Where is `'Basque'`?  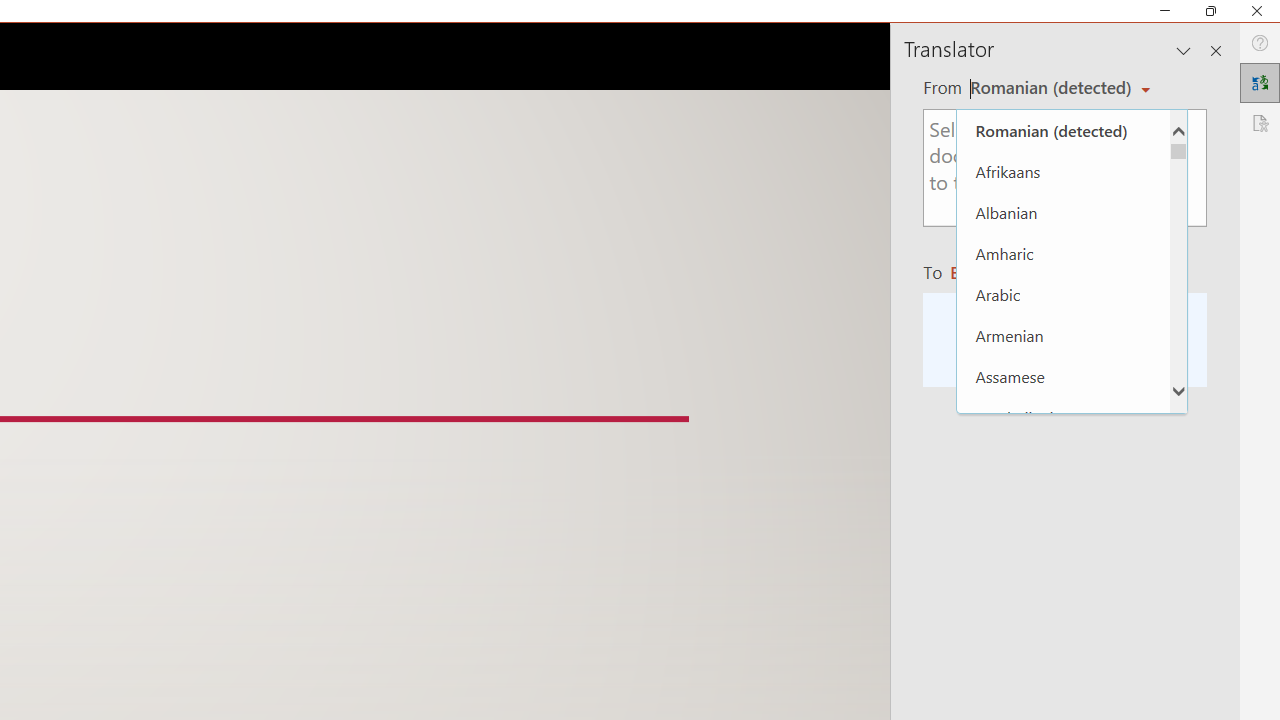 'Basque' is located at coordinates (1062, 540).